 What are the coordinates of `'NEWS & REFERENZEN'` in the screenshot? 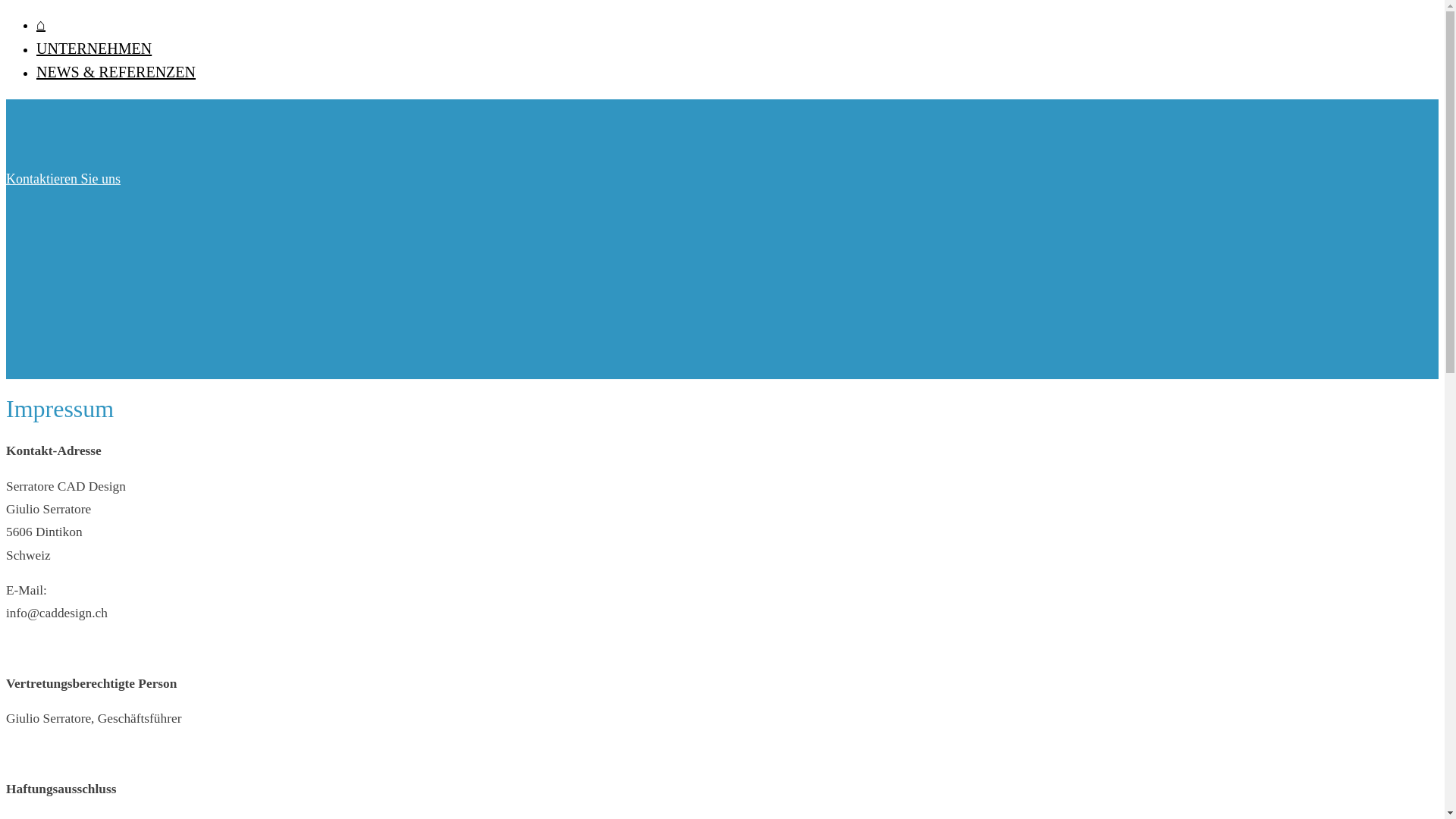 It's located at (115, 72).